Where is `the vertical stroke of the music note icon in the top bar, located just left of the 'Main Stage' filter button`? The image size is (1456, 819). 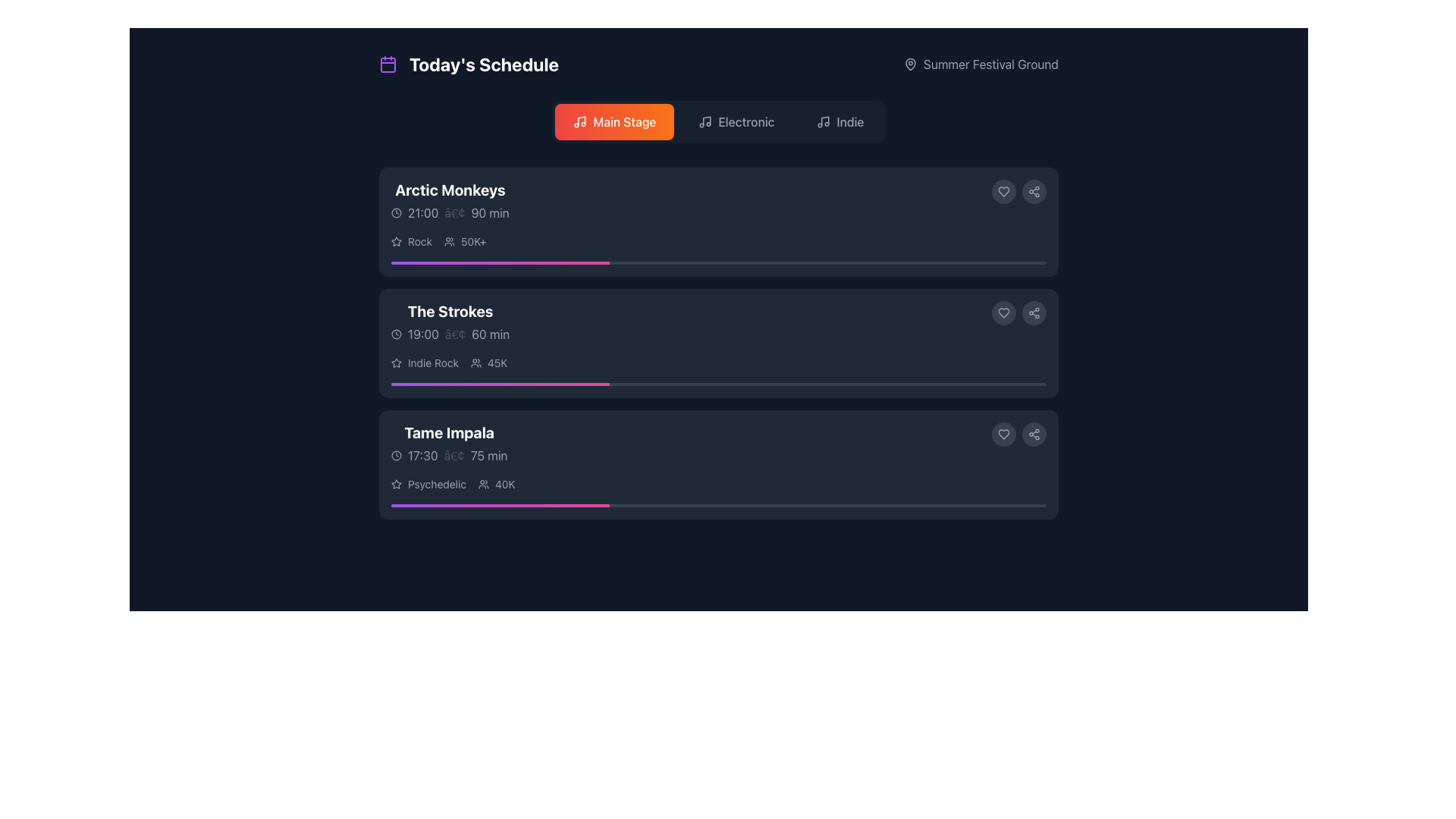
the vertical stroke of the music note icon in the top bar, located just left of the 'Main Stage' filter button is located at coordinates (581, 120).